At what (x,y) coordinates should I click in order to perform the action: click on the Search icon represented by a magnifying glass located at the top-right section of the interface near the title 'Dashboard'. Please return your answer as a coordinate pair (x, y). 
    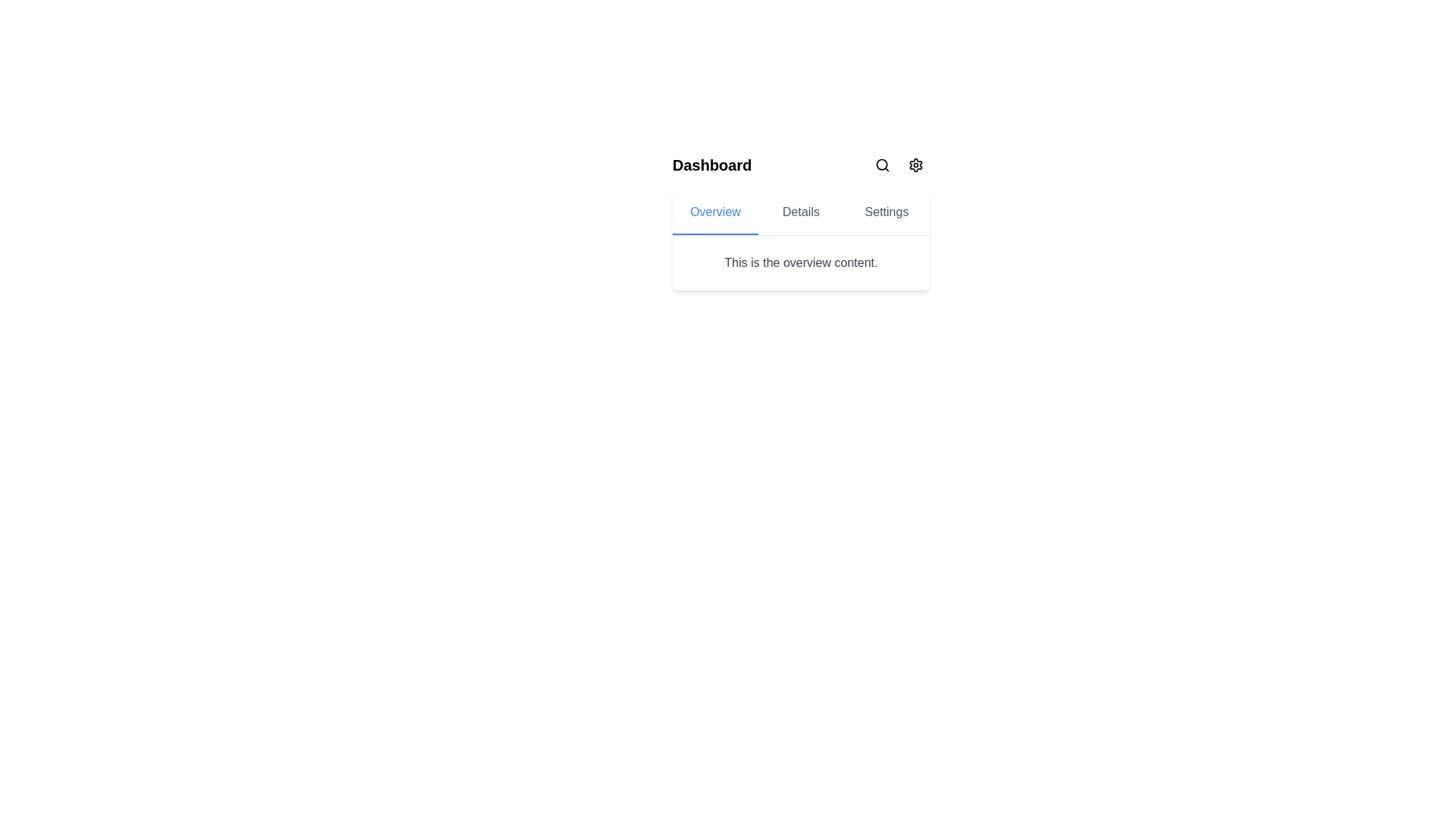
    Looking at the image, I should click on (882, 165).